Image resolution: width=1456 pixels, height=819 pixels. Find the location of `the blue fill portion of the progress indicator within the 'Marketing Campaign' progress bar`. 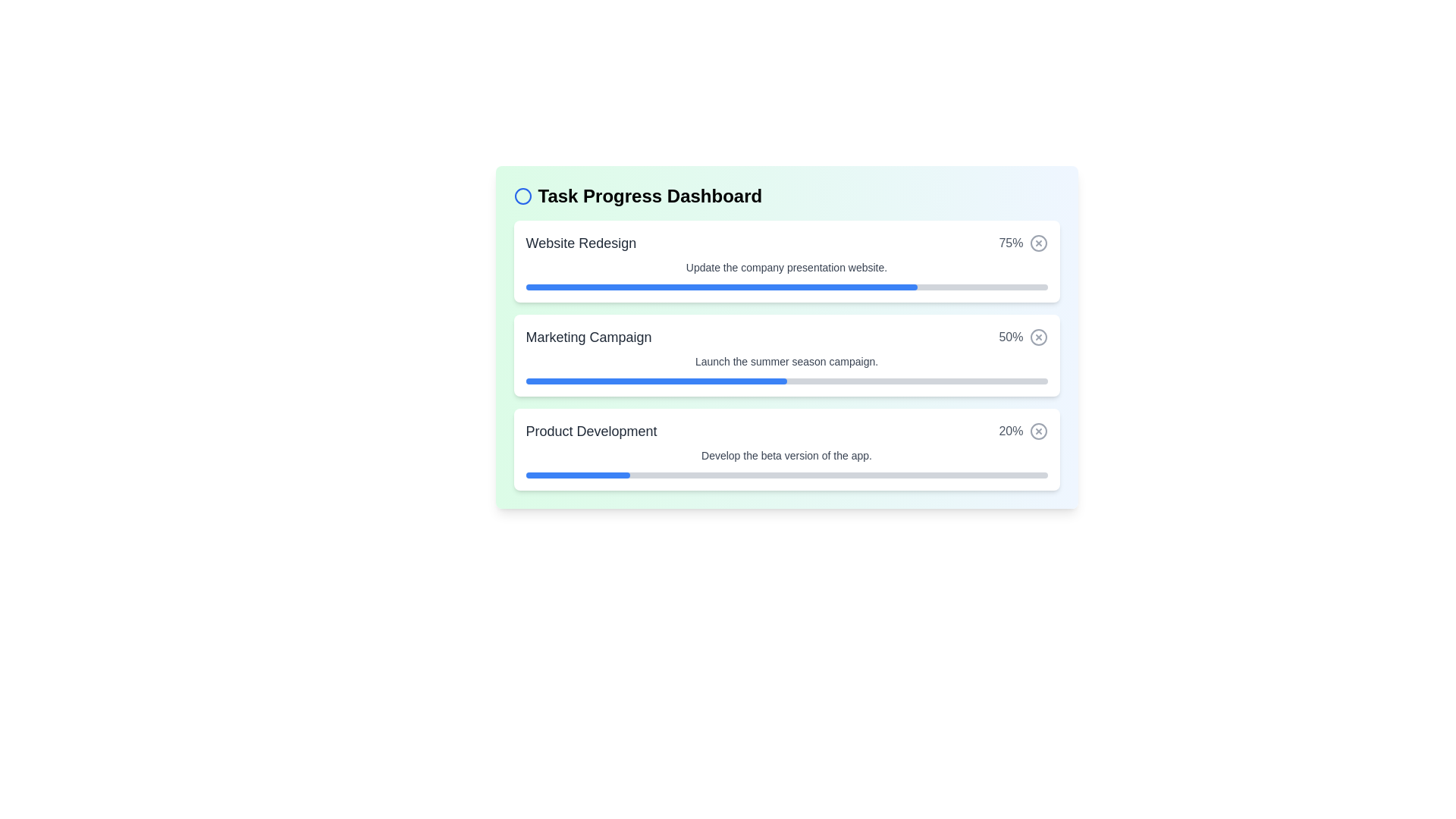

the blue fill portion of the progress indicator within the 'Marketing Campaign' progress bar is located at coordinates (656, 380).